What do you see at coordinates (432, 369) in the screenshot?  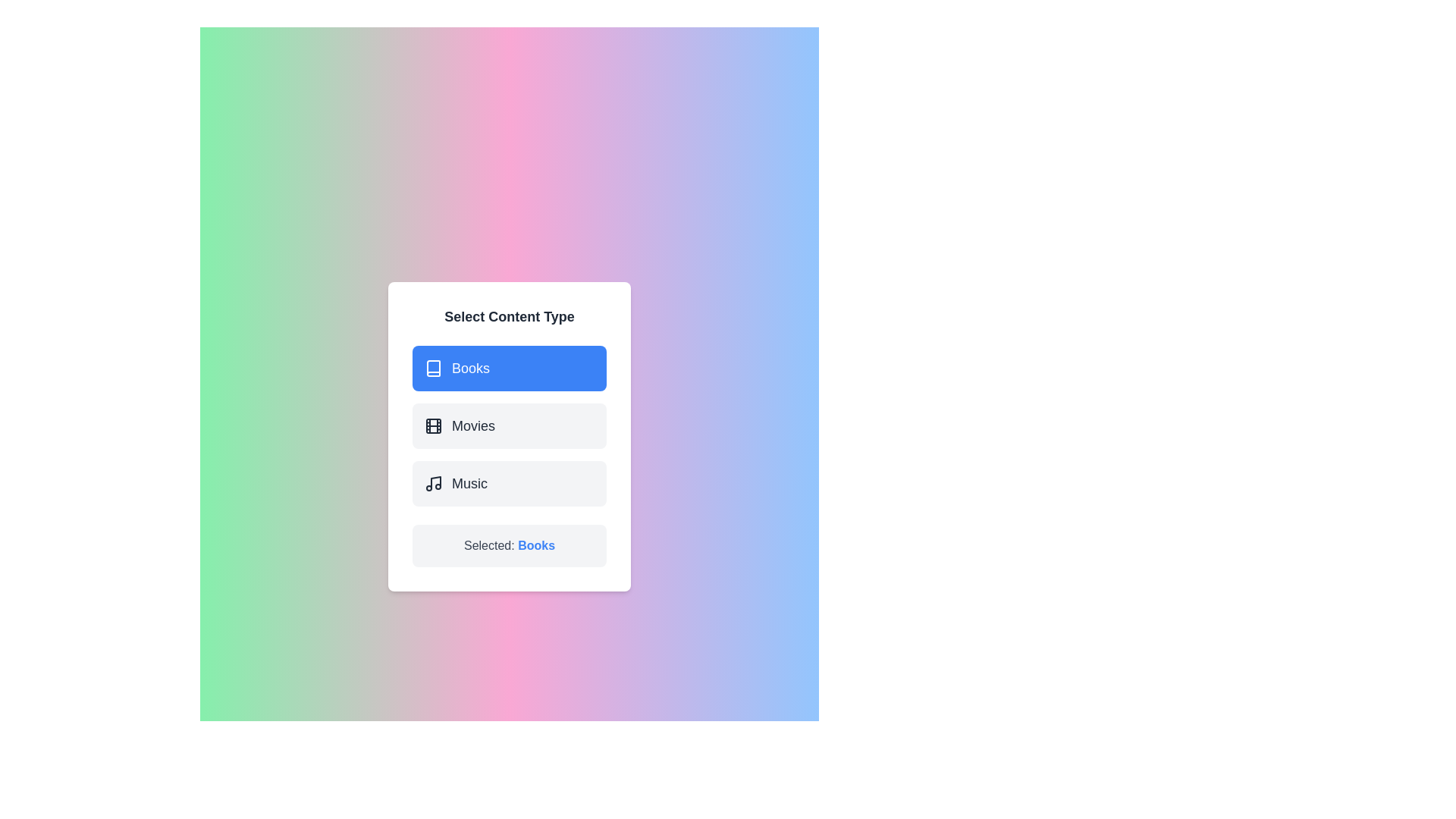 I see `the 'Books' icon, which is part of a vertical list of content types` at bounding box center [432, 369].